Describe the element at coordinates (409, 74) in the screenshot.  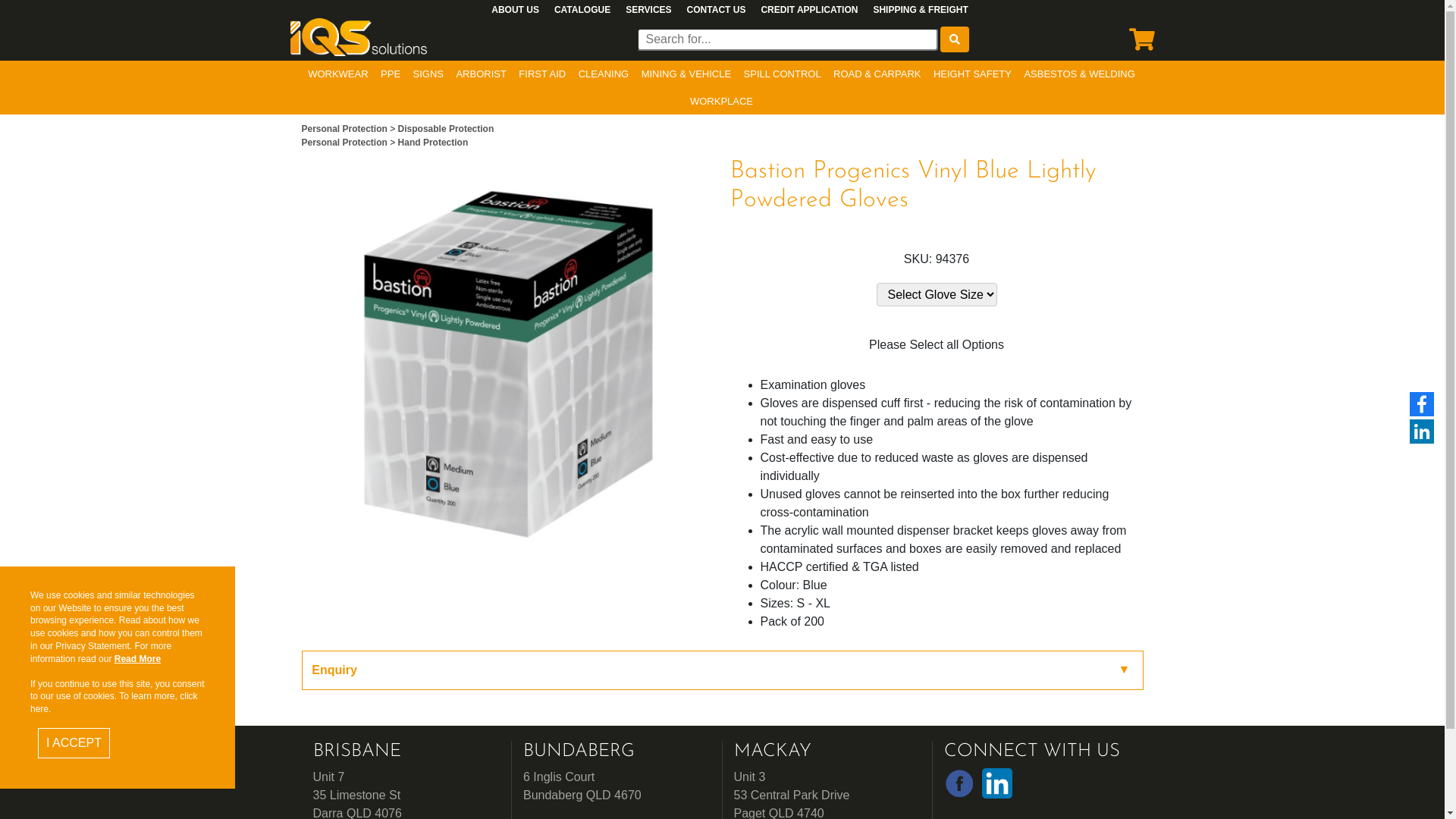
I see `'SIGNS'` at that location.